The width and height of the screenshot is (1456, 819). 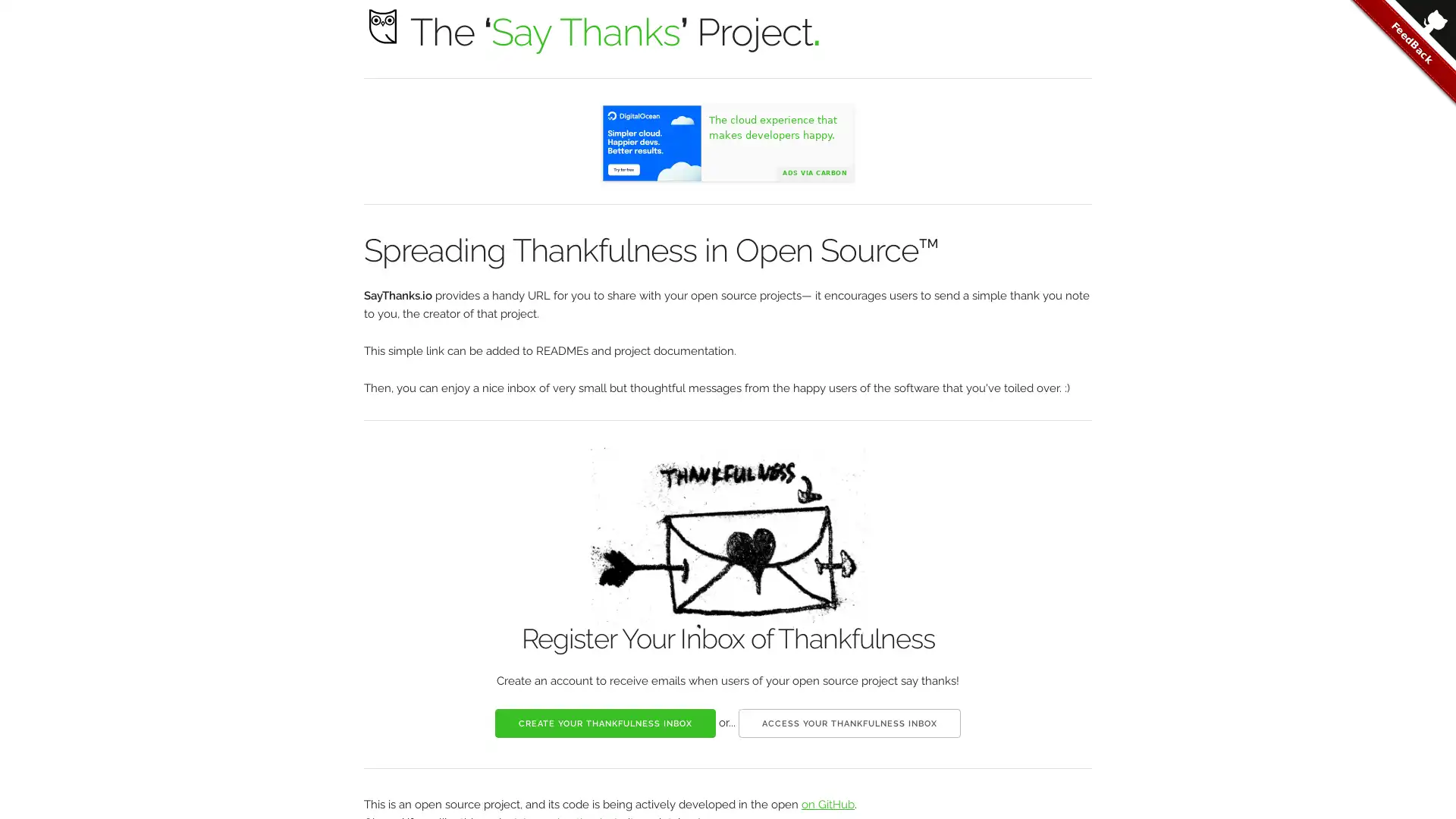 I want to click on CREATE YOUR THANKFULNESS INBOX, so click(x=604, y=721).